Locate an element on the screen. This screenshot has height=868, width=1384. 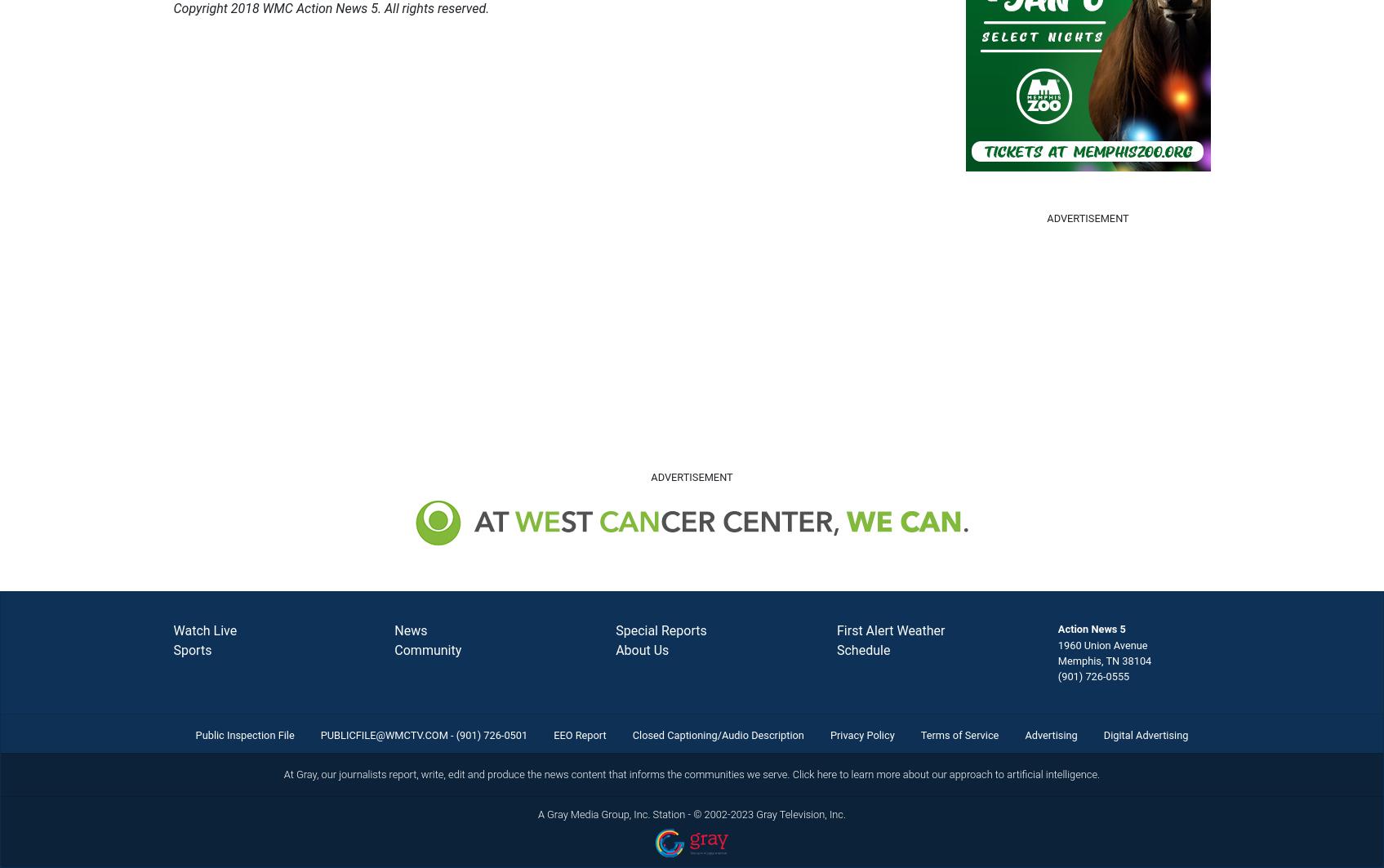
'Memphis, TN 38104' is located at coordinates (1104, 659).